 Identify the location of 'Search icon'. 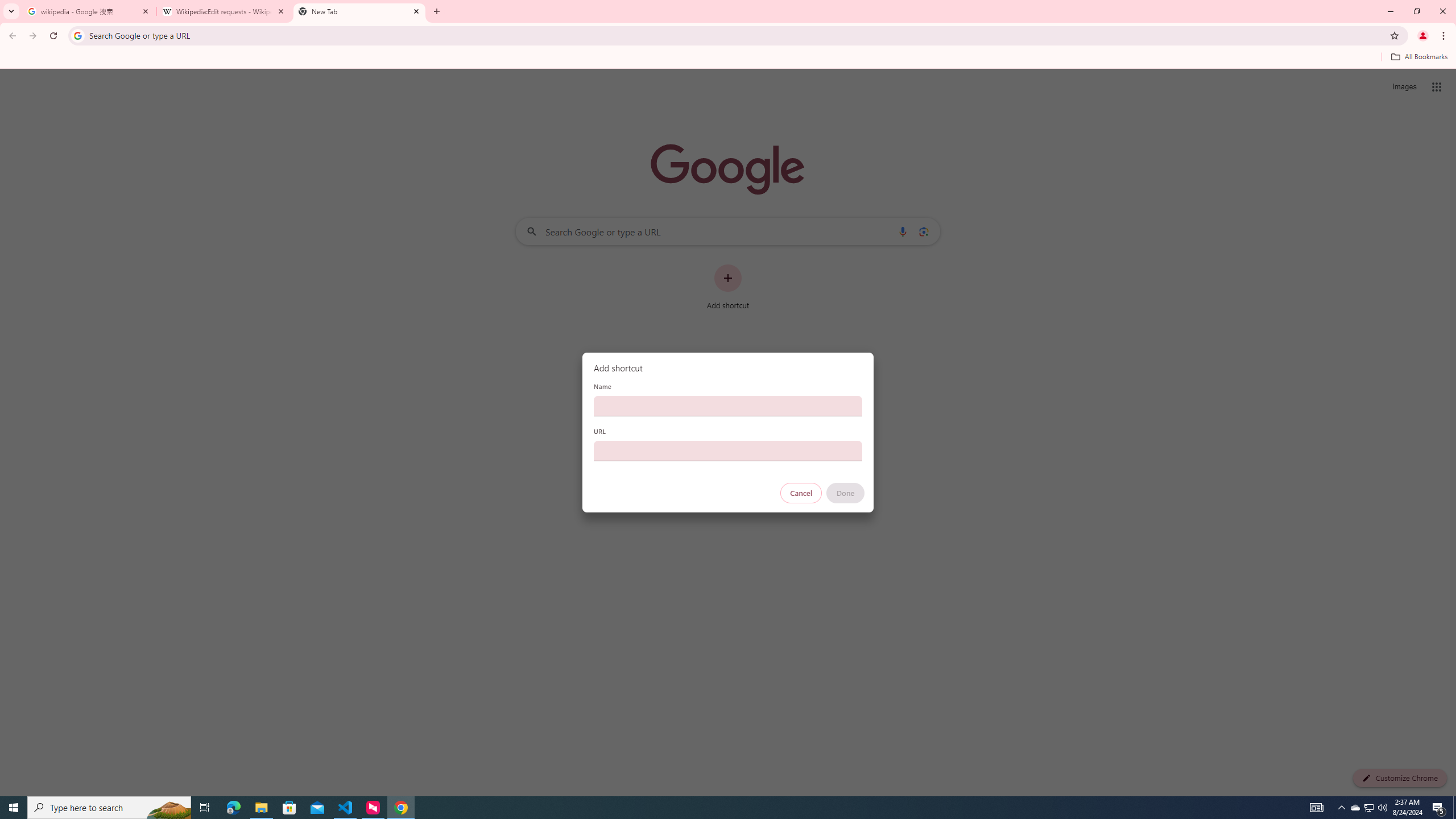
(77, 35).